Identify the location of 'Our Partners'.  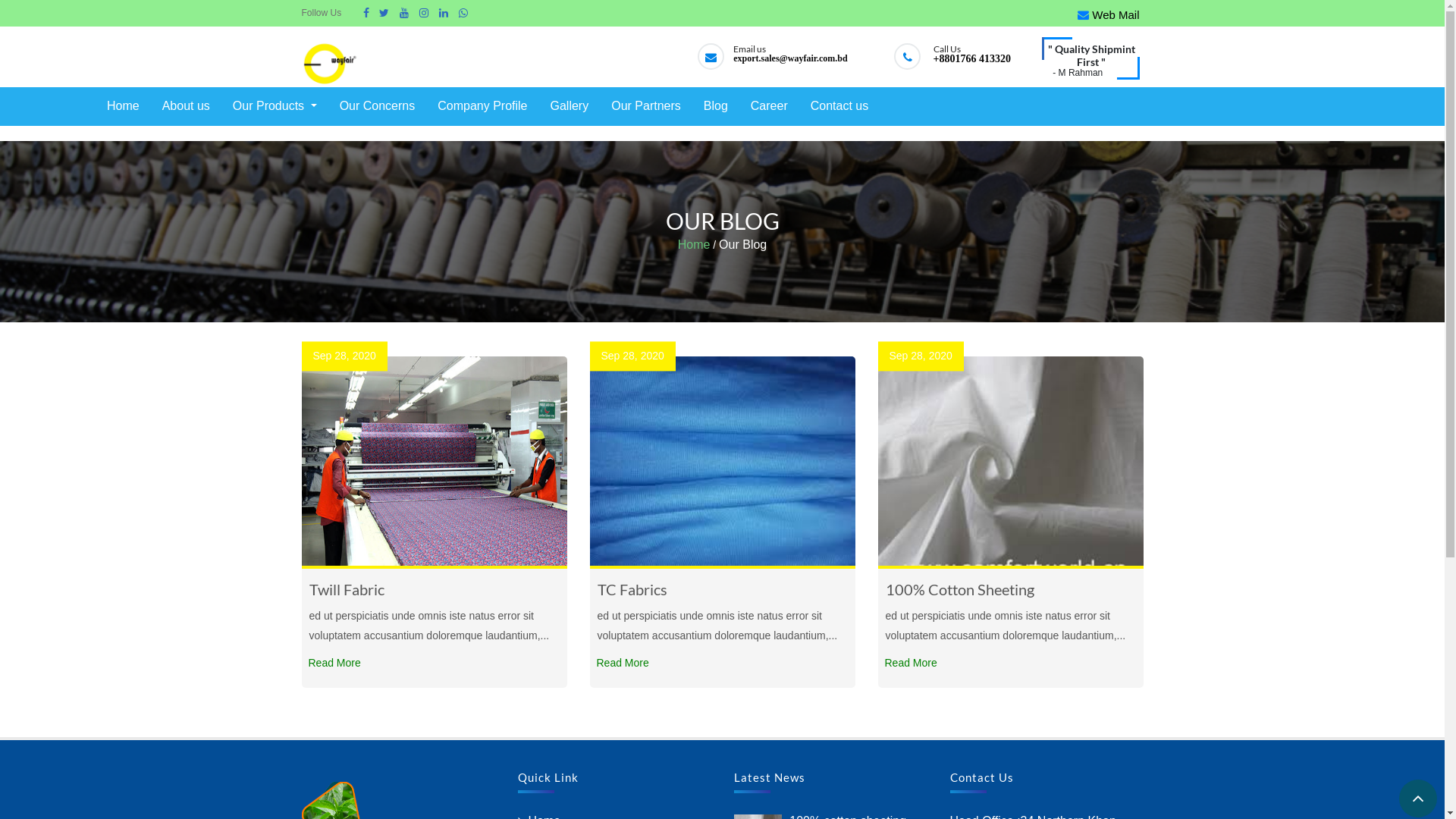
(645, 105).